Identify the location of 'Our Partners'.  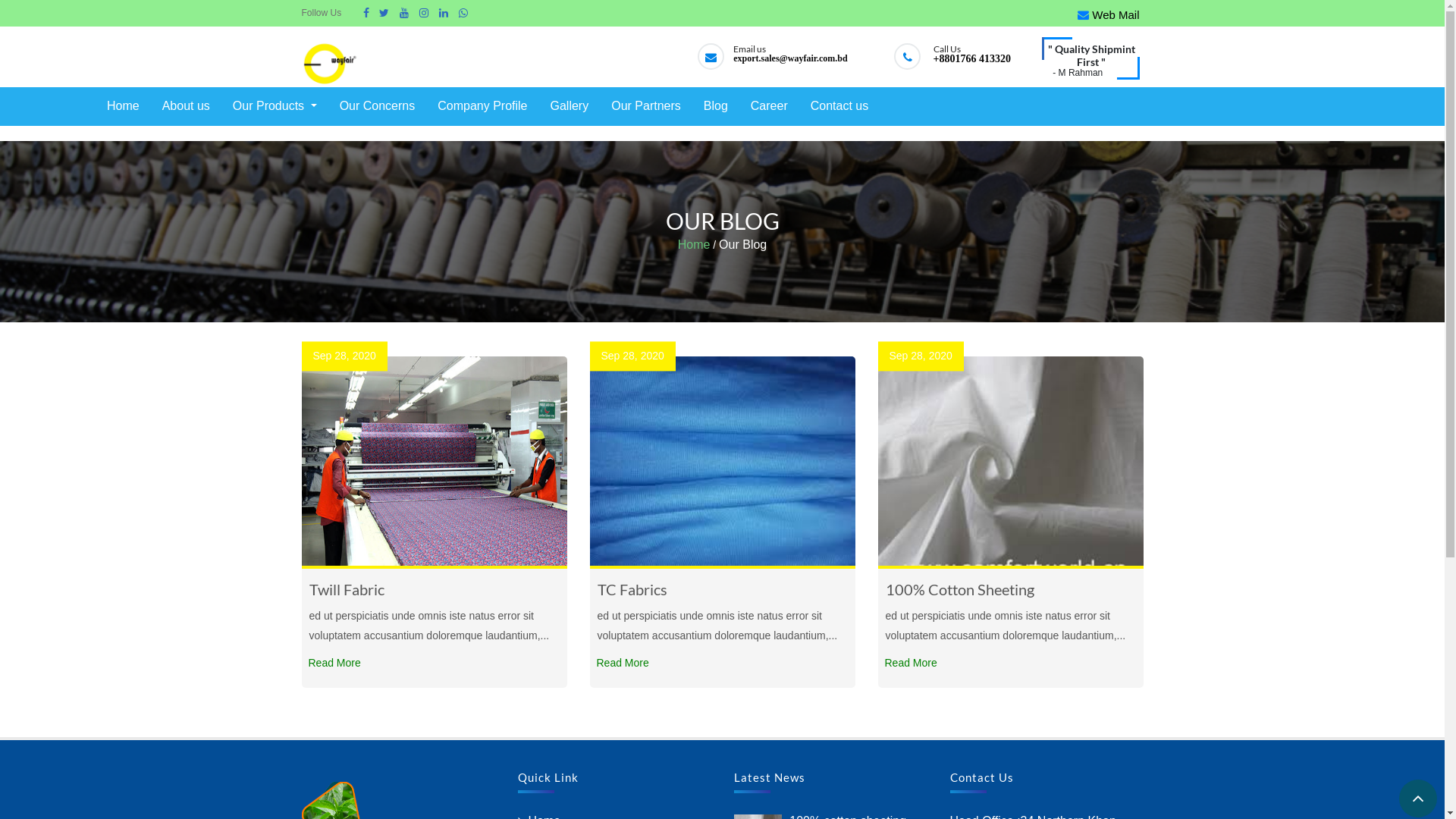
(645, 105).